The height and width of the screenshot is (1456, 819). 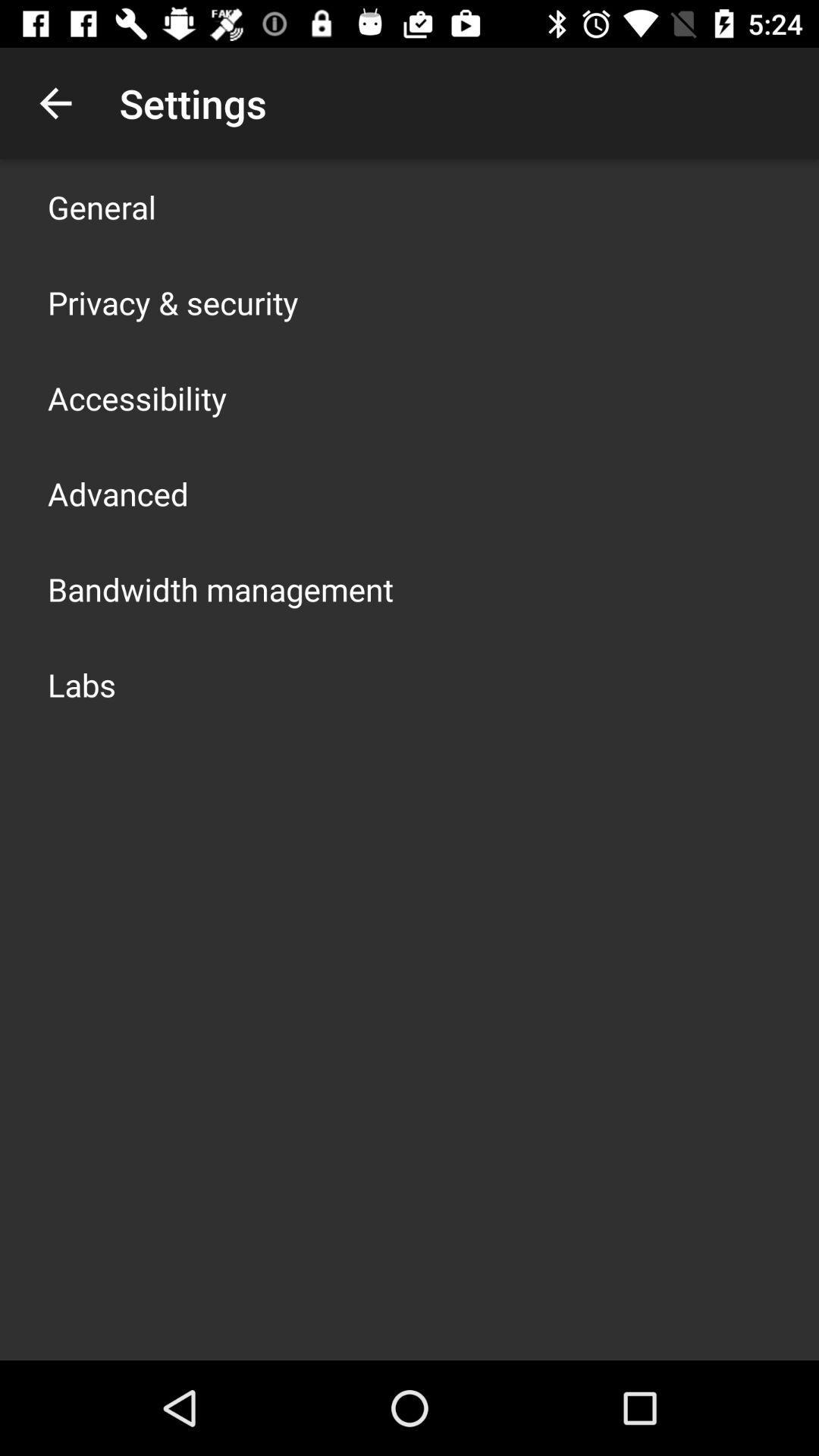 I want to click on item below the accessibility icon, so click(x=117, y=494).